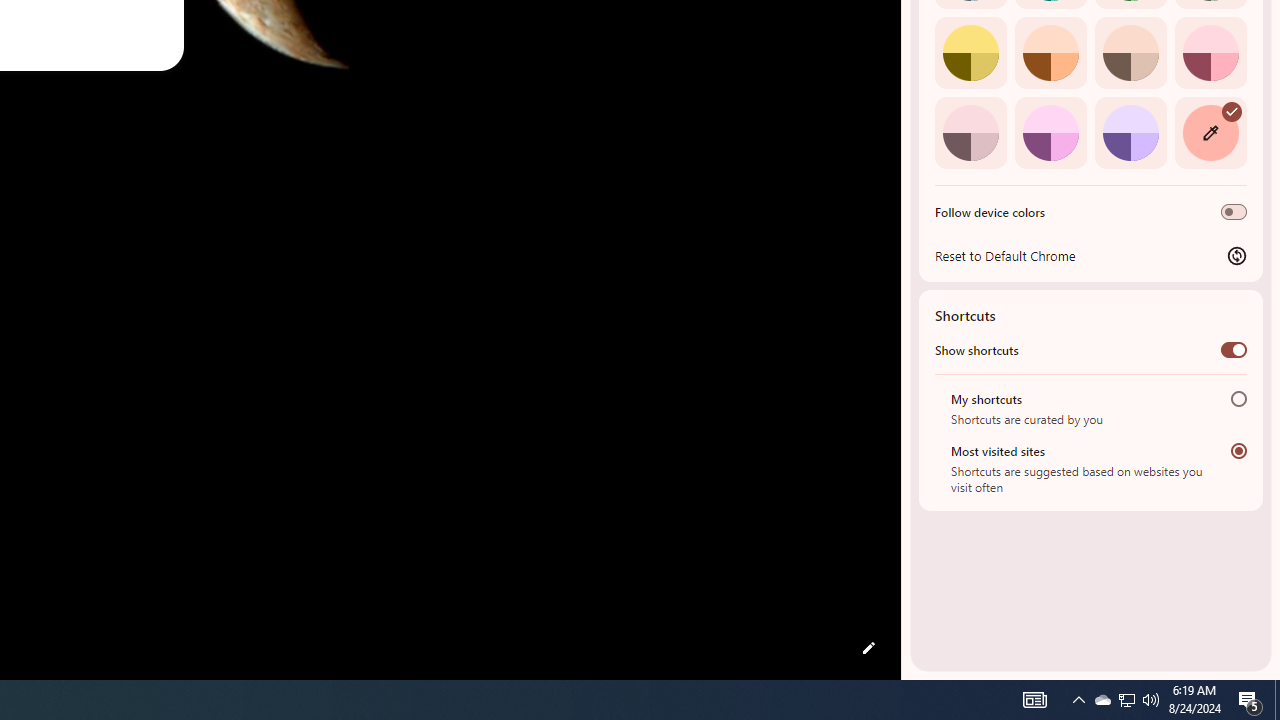  What do you see at coordinates (1209, 51) in the screenshot?
I see `'Rose'` at bounding box center [1209, 51].